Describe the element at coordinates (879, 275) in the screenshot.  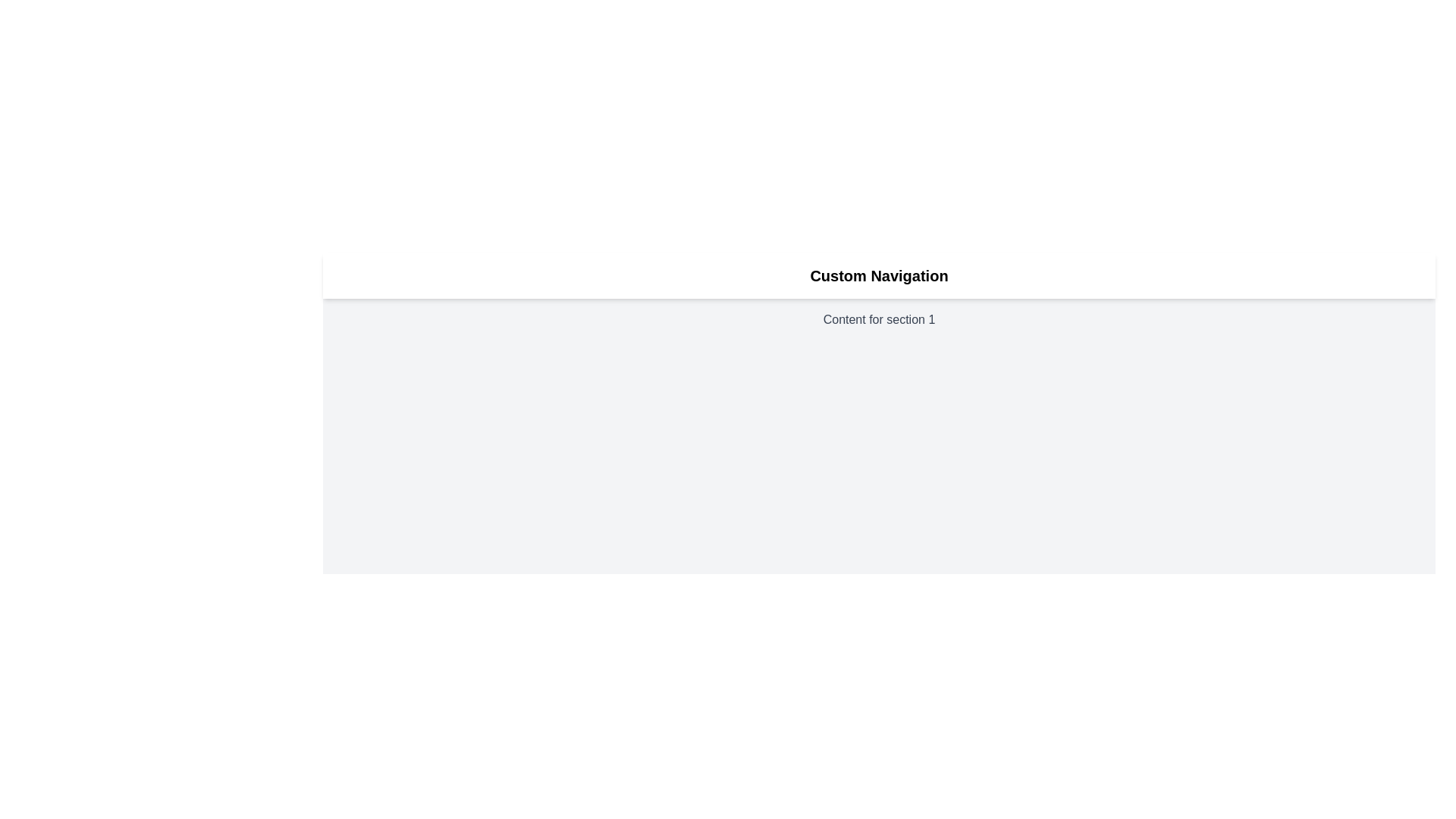
I see `the 'Custom Navigation' text label which is prominently displayed in a bold and large font at the top of the content area` at that location.